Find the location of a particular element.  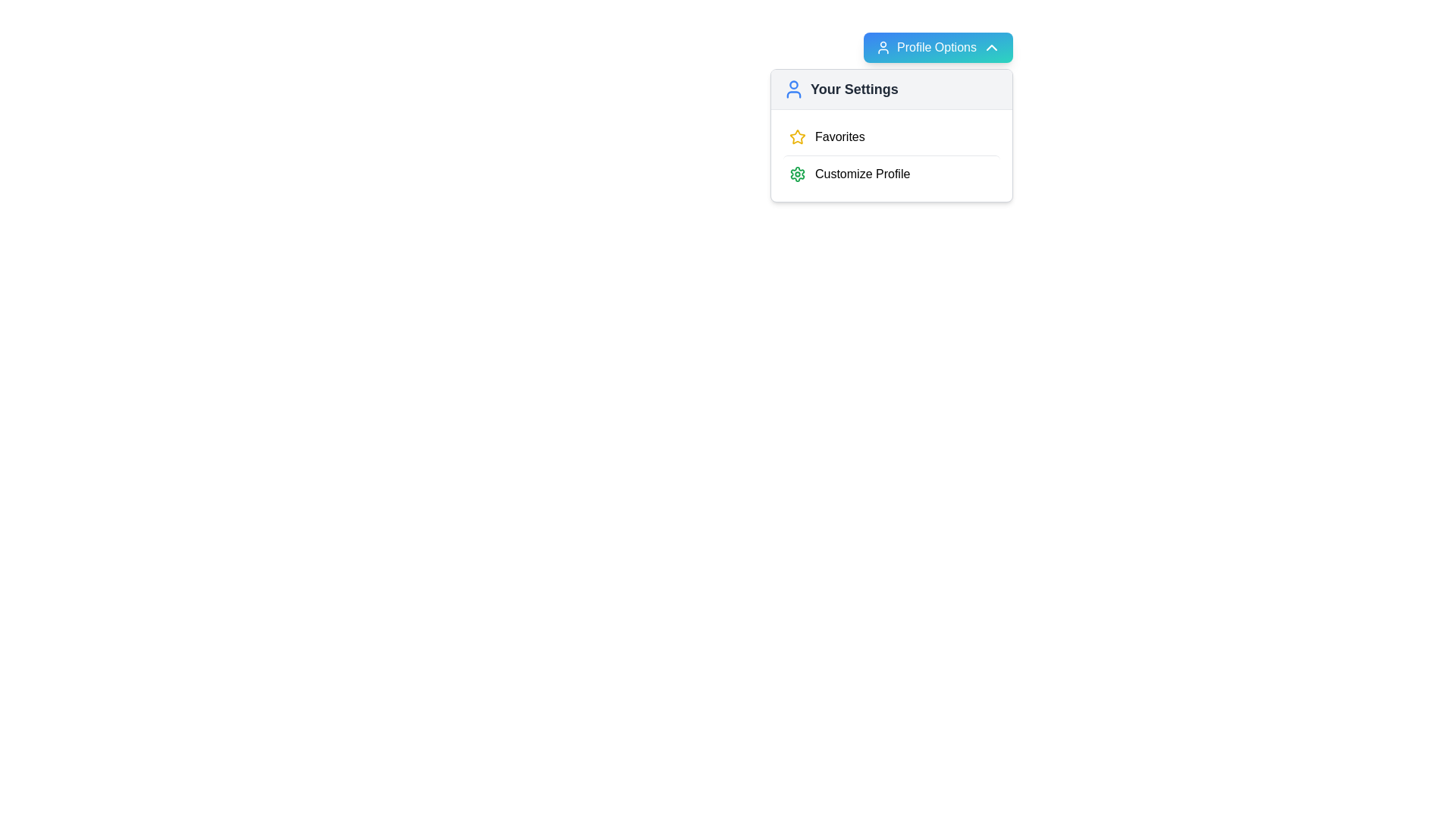

the user settings icon located to the left of the text 'Your Settings' is located at coordinates (792, 89).